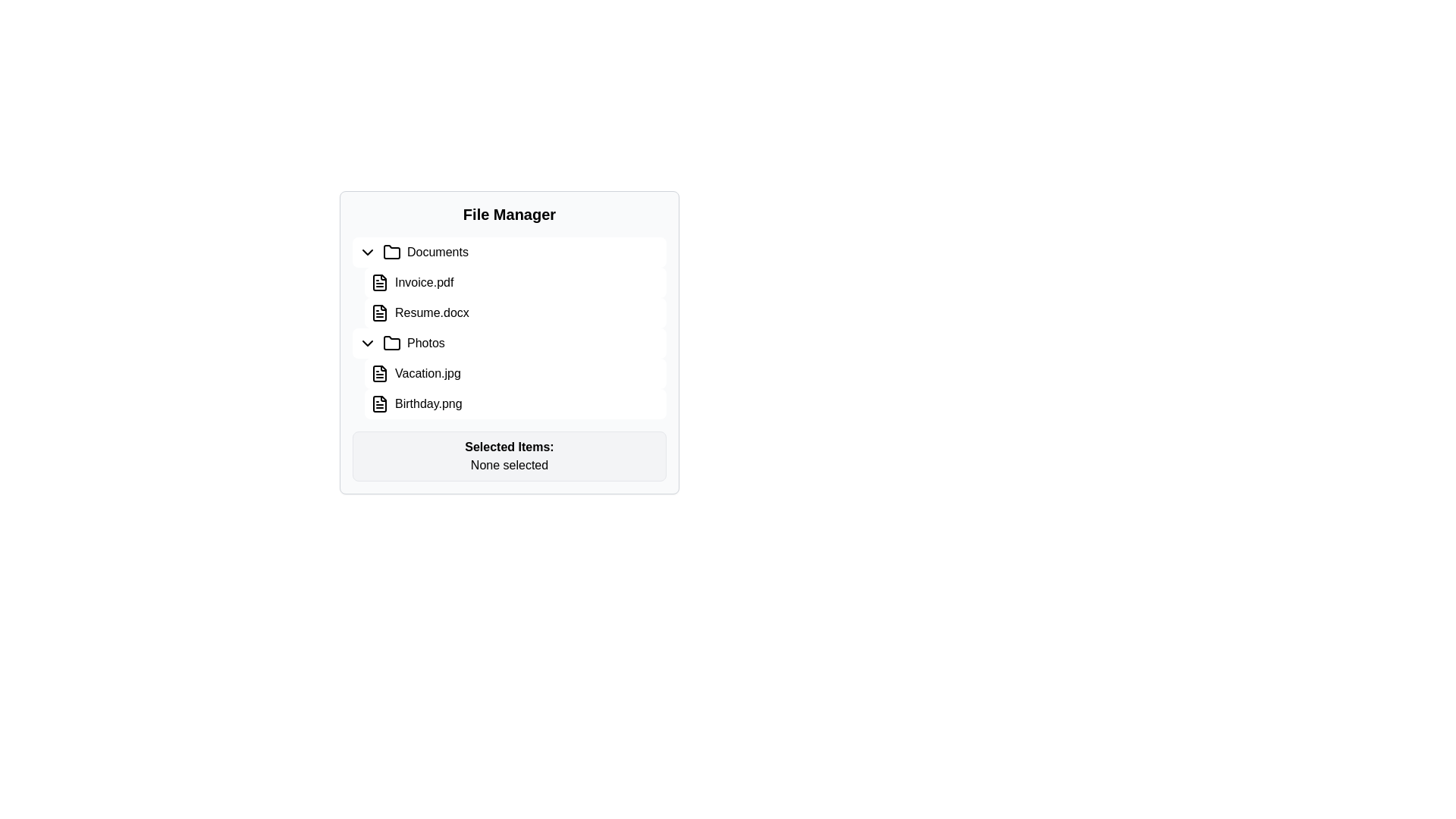 Image resolution: width=1456 pixels, height=819 pixels. What do you see at coordinates (510, 455) in the screenshot?
I see `the informational text box that displays the user's selected item status, which currently shows that no items are selected` at bounding box center [510, 455].